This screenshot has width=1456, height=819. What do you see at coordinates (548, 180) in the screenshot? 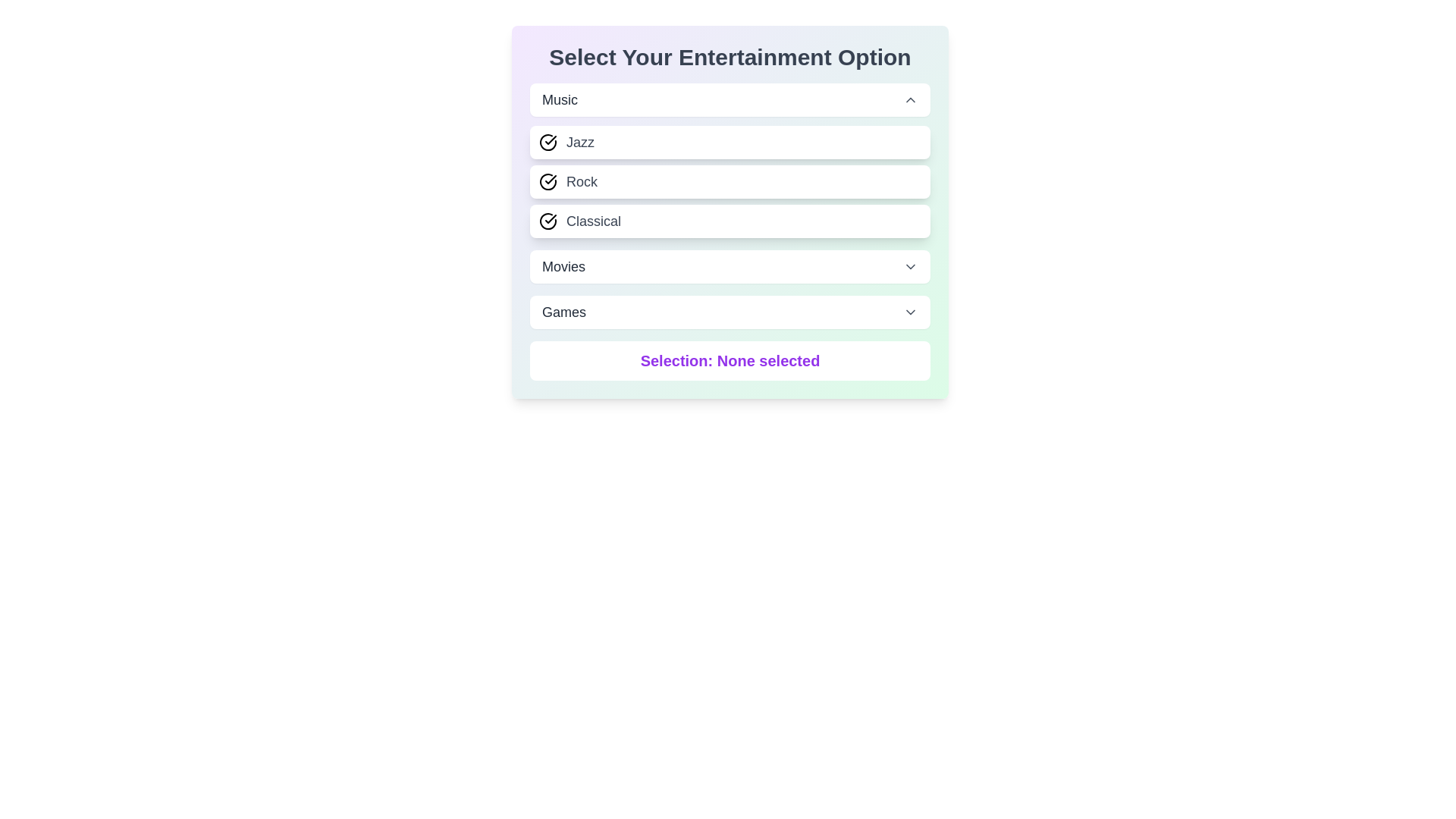
I see `the circular border of the checkbox graphic representing the 'Rock' option in the music genres list` at bounding box center [548, 180].